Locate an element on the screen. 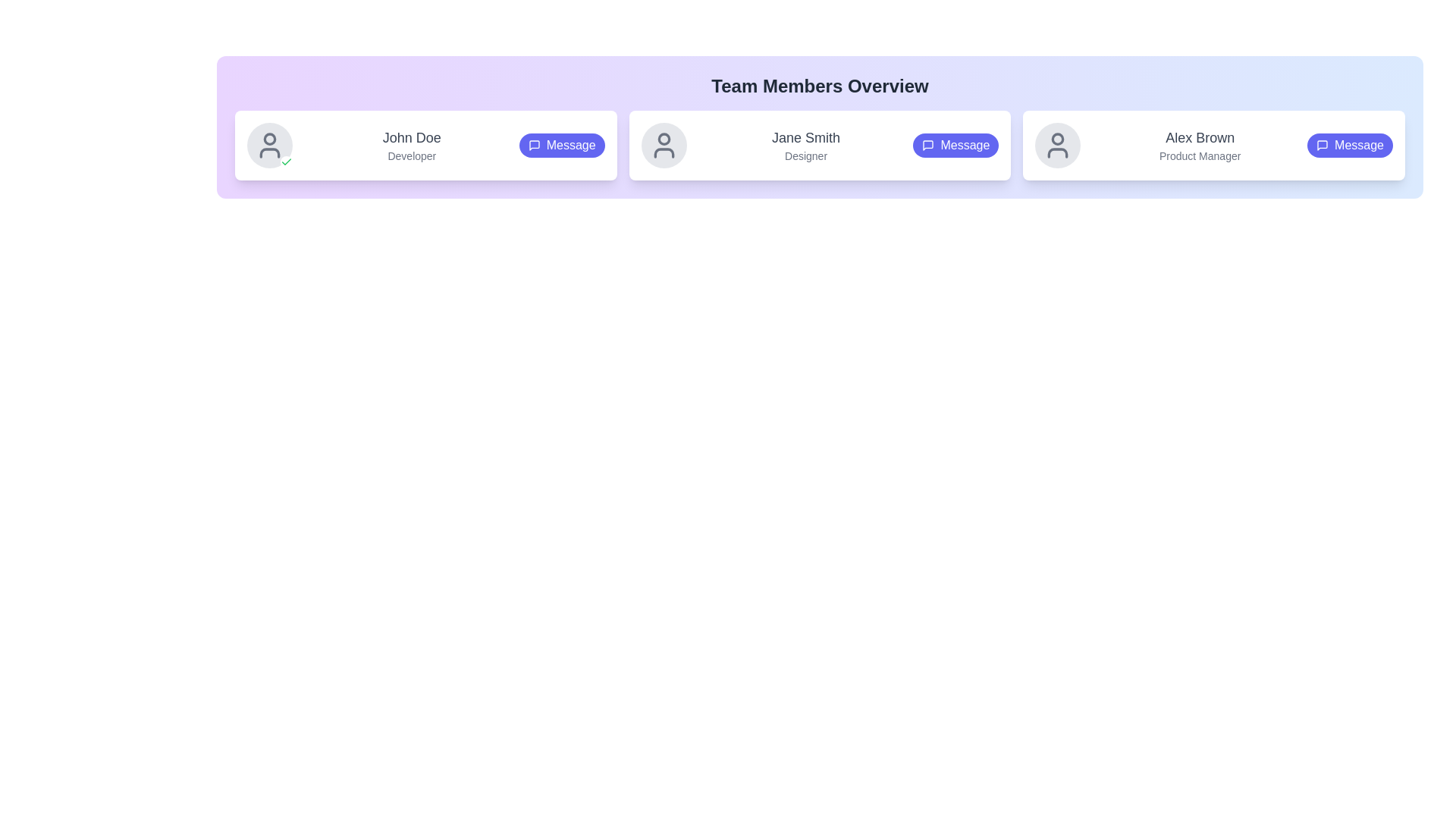  the Circle SVG element that visually represents Jane Smith's profile in the team members section is located at coordinates (664, 139).